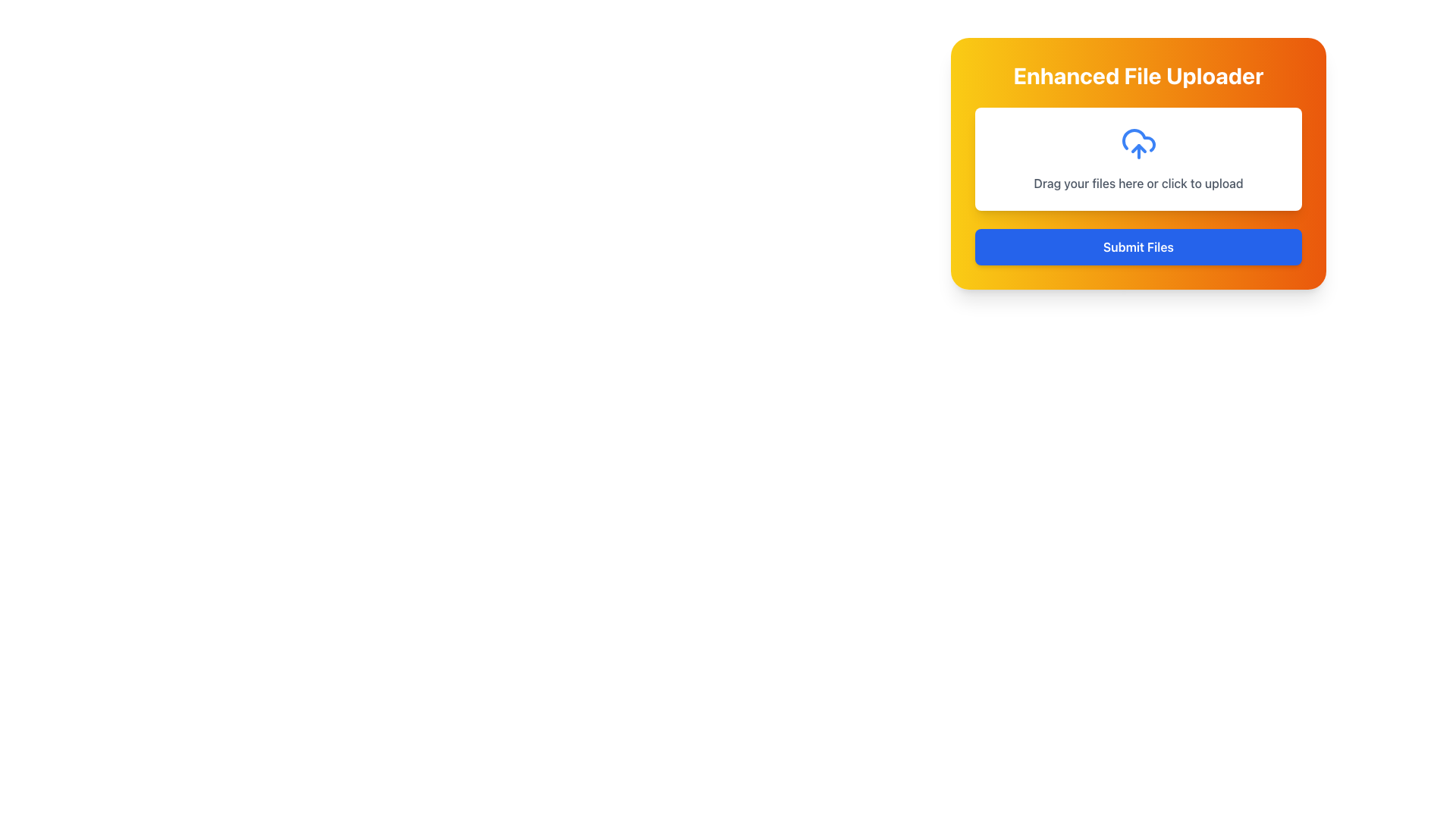 The height and width of the screenshot is (819, 1456). What do you see at coordinates (1138, 183) in the screenshot?
I see `the text label that reads 'Drag your files here or click to upload', which is styled with medium gray text and positioned below a blue cloud-upload icon in a card-like interface` at bounding box center [1138, 183].